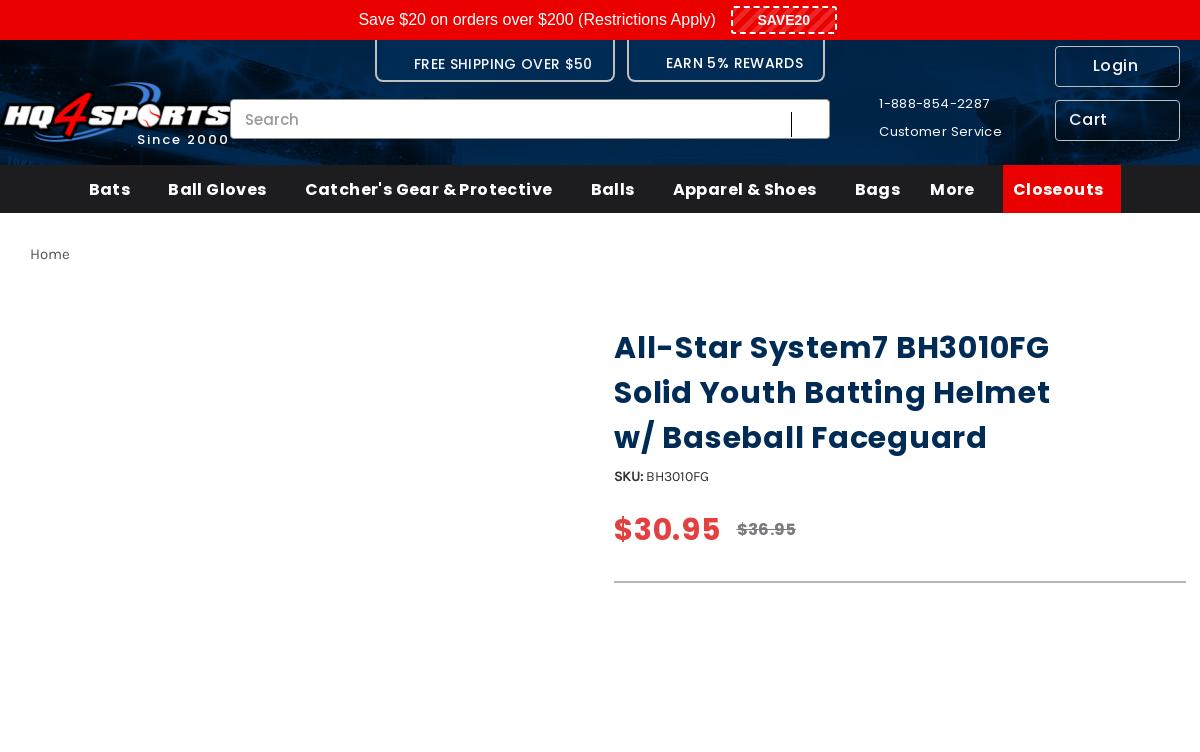  What do you see at coordinates (182, 137) in the screenshot?
I see `'Since 2000'` at bounding box center [182, 137].